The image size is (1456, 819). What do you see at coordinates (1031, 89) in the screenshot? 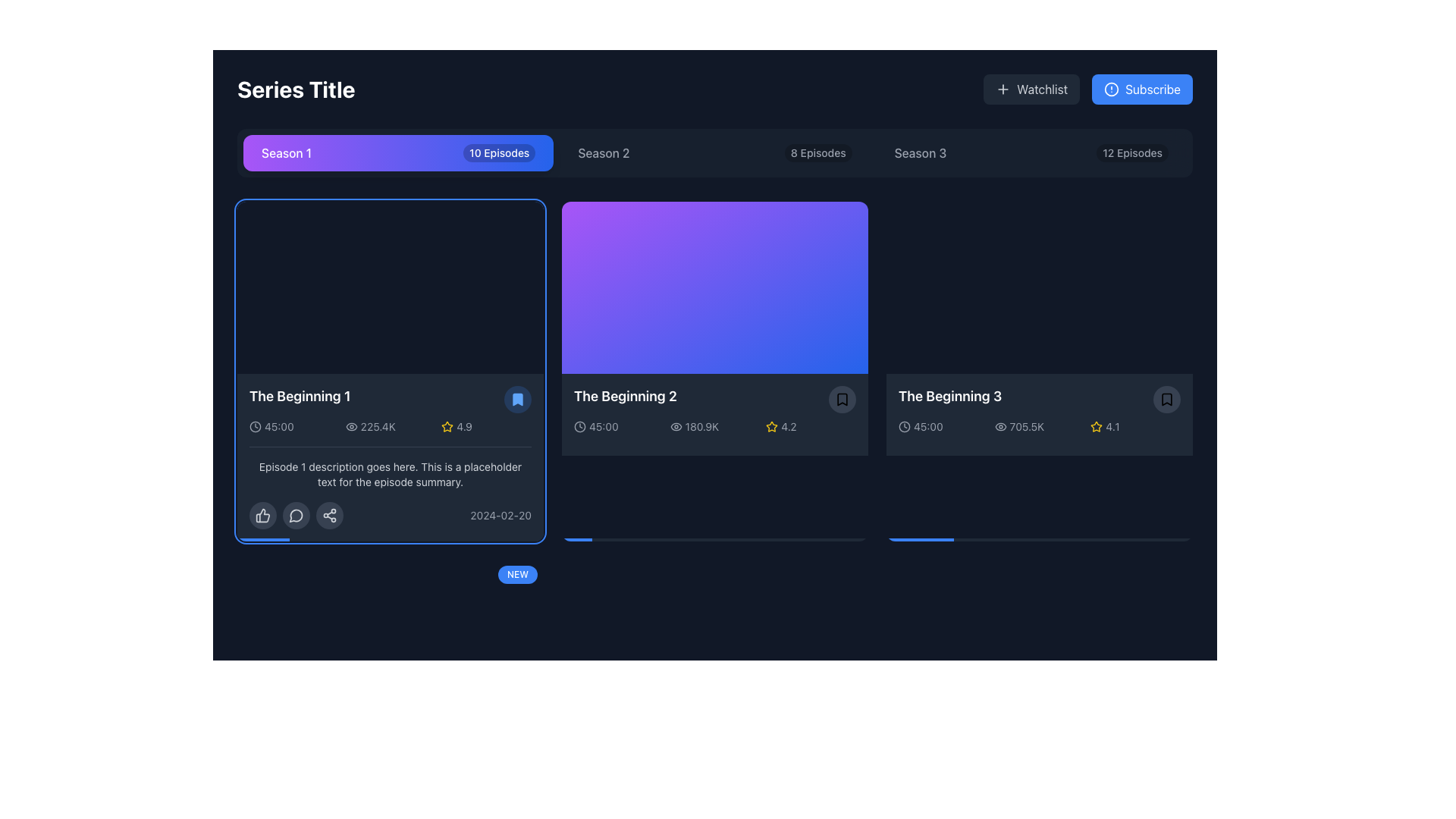
I see `the 'Watchlist' button, which is labeled with a '+' icon and styled in light gray on a dark gray background` at bounding box center [1031, 89].